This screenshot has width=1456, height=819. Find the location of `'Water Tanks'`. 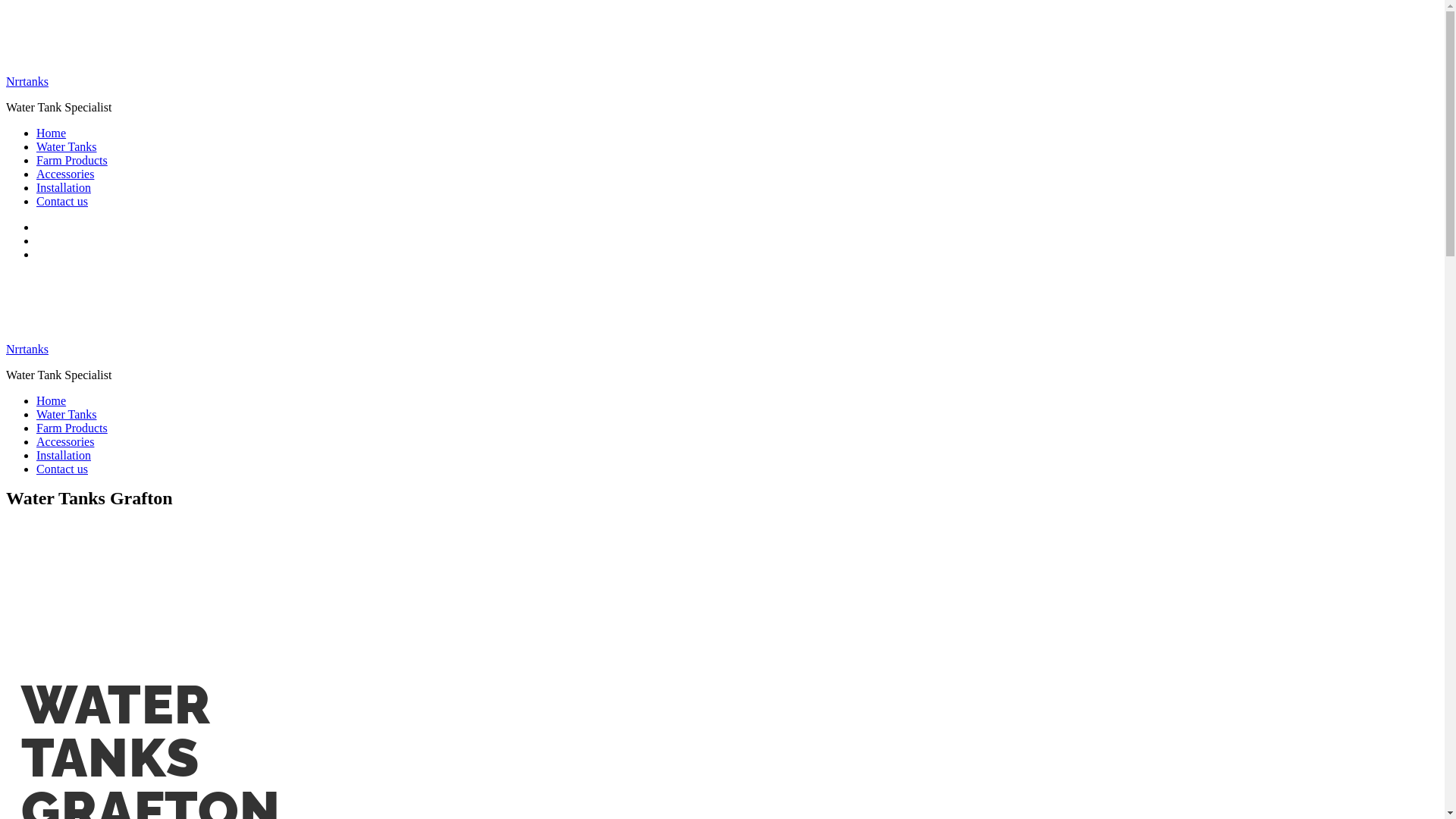

'Water Tanks' is located at coordinates (65, 146).